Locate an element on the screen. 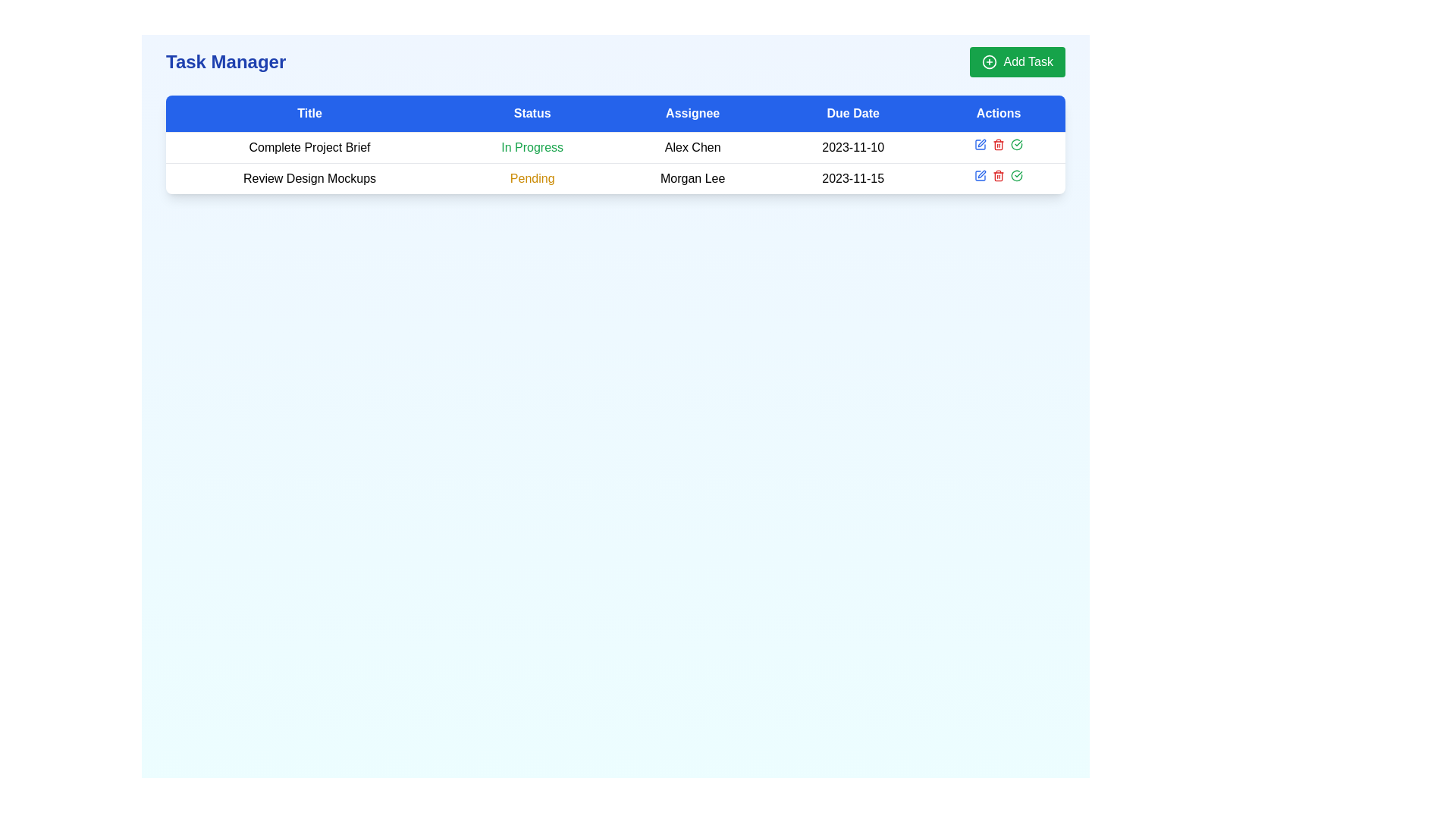  the Status label displaying 'In Progress' styled in green color, located in the second column of the first row of the task details table is located at coordinates (532, 148).